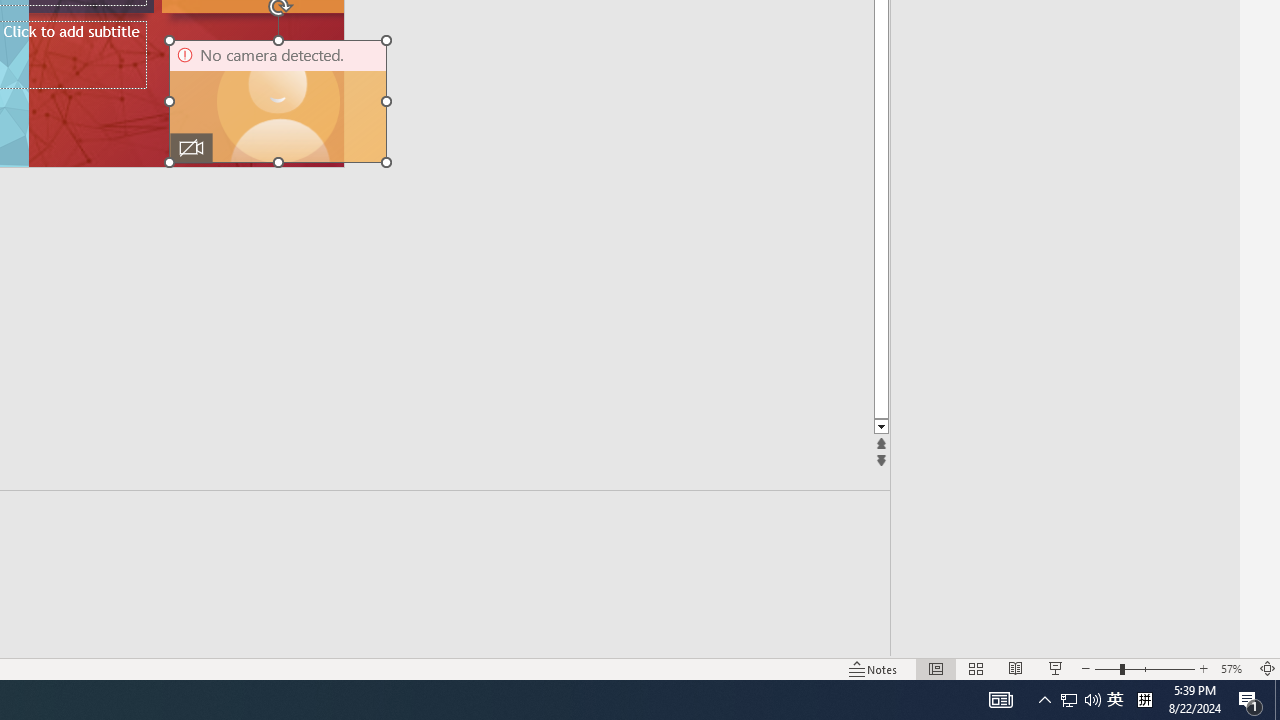 The height and width of the screenshot is (720, 1280). Describe the element at coordinates (874, 669) in the screenshot. I see `'Notes '` at that location.